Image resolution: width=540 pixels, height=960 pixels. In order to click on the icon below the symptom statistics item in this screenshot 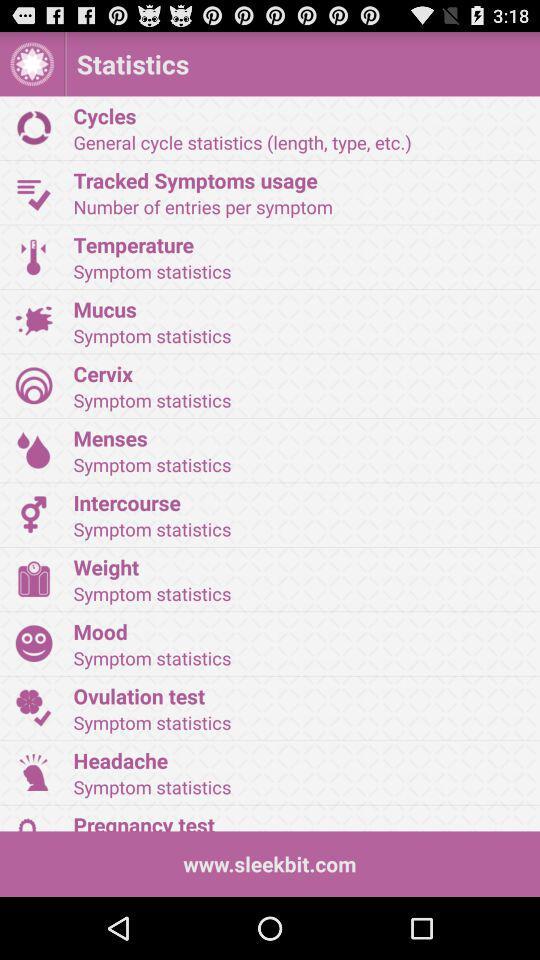, I will do `click(299, 437)`.